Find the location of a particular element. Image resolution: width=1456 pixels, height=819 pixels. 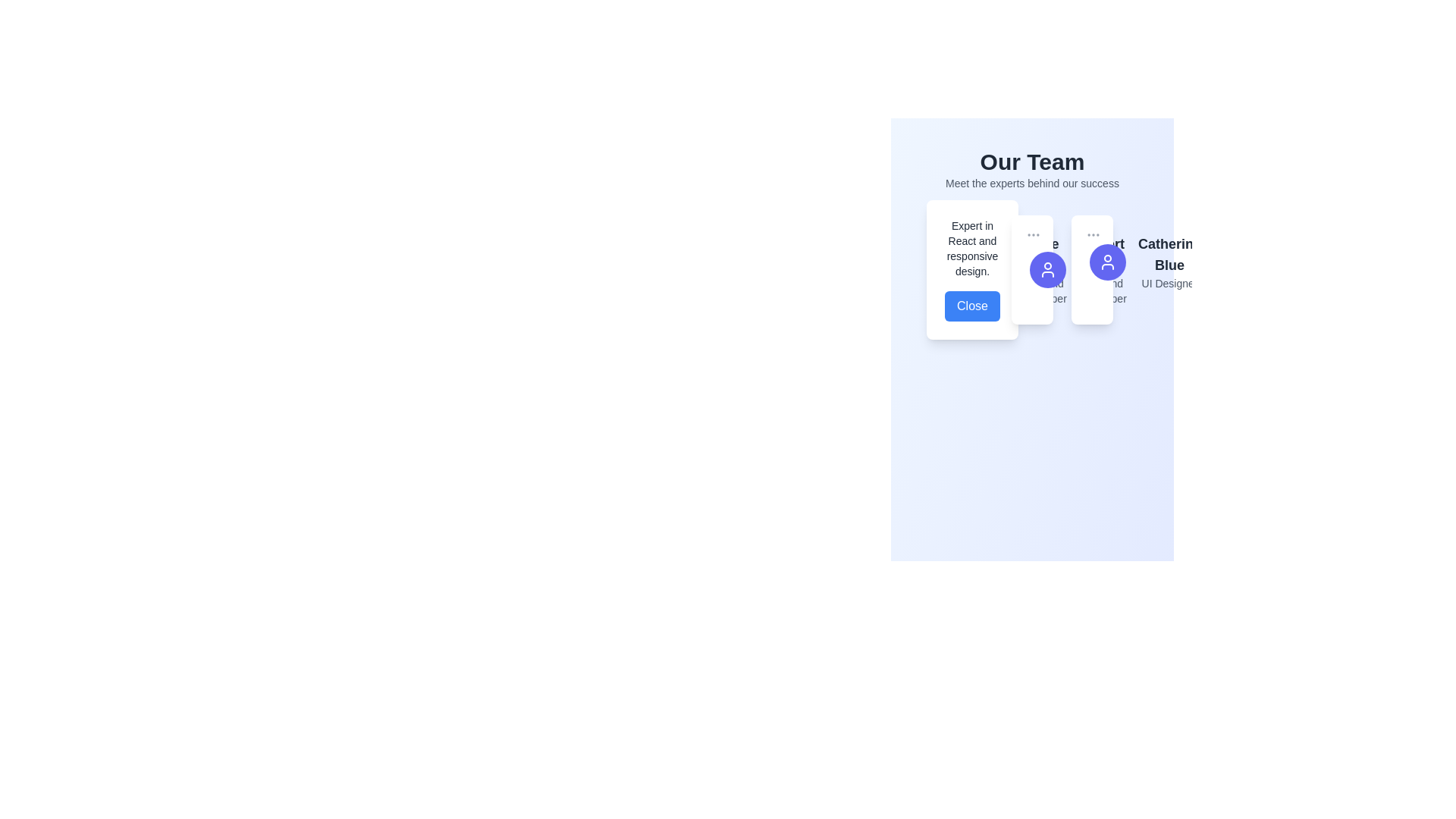

the title text component displaying the user's name, located at the top right section of a card or tile is located at coordinates (1102, 253).